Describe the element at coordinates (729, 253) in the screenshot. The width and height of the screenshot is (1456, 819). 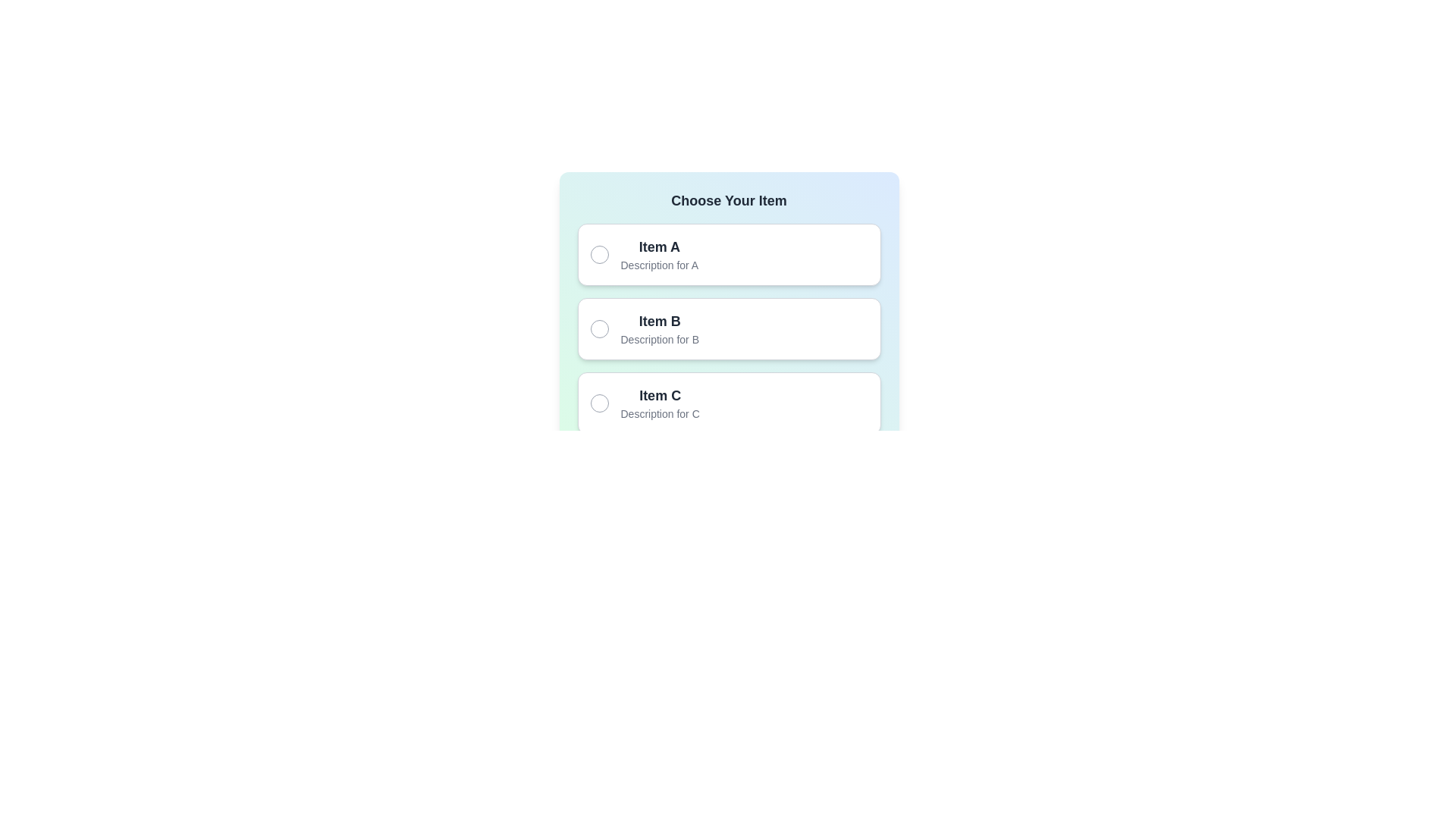
I see `the radio button on the first selectable list item labeled 'Item A'` at that location.